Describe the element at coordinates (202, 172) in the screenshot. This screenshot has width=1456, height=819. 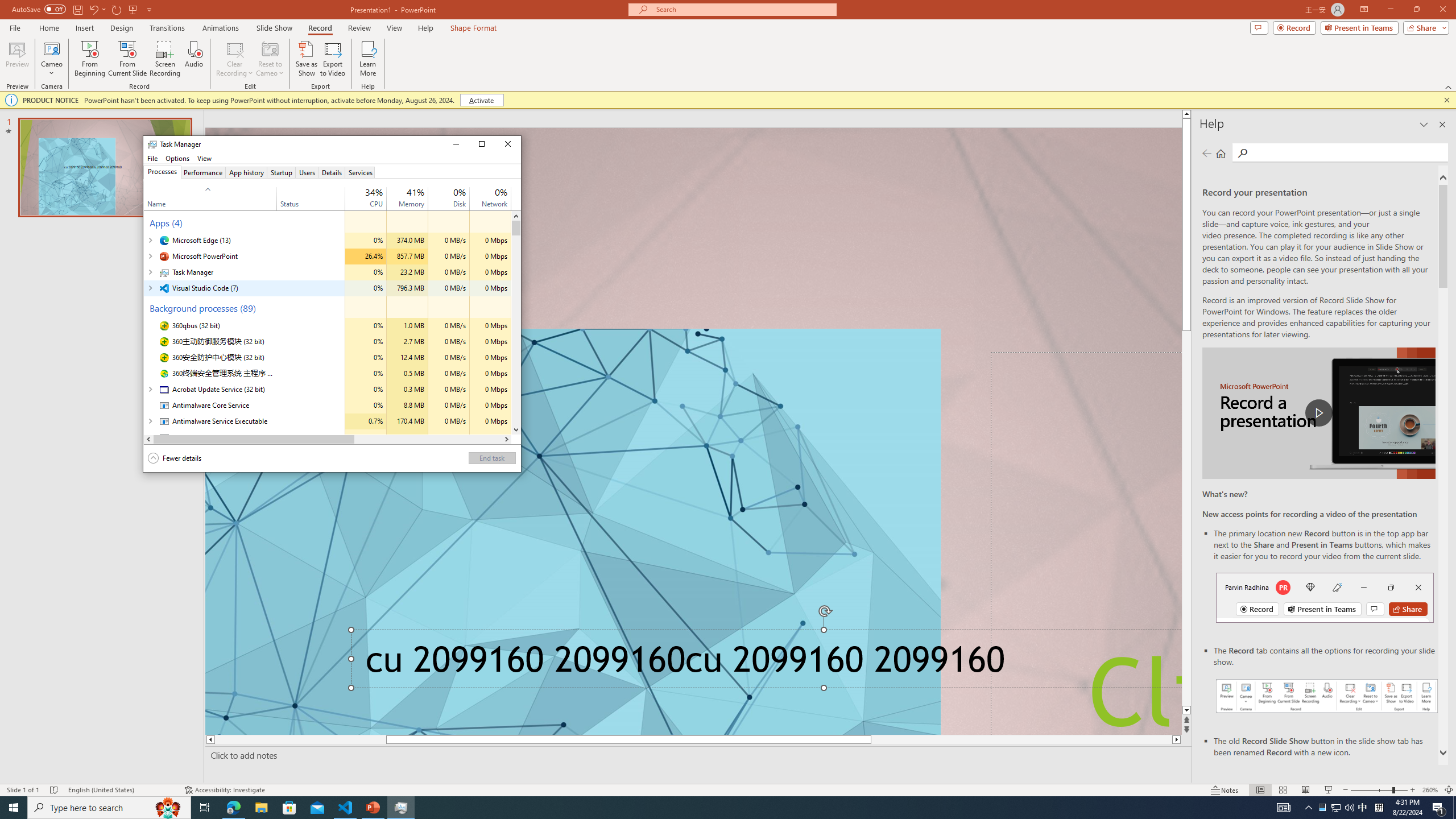
I see `'Performance'` at that location.